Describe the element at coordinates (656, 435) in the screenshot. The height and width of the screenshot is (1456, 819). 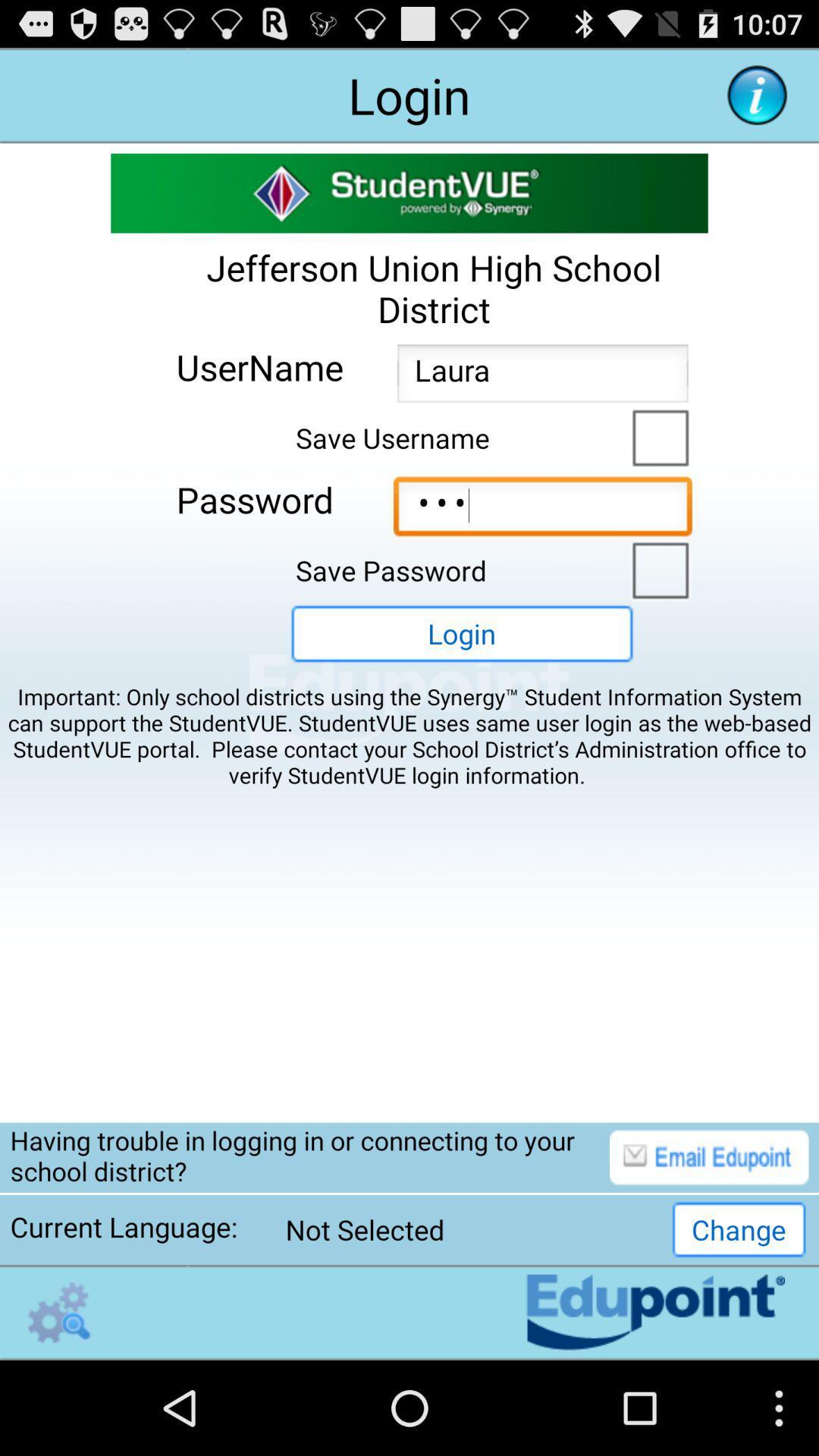
I see `click the box` at that location.